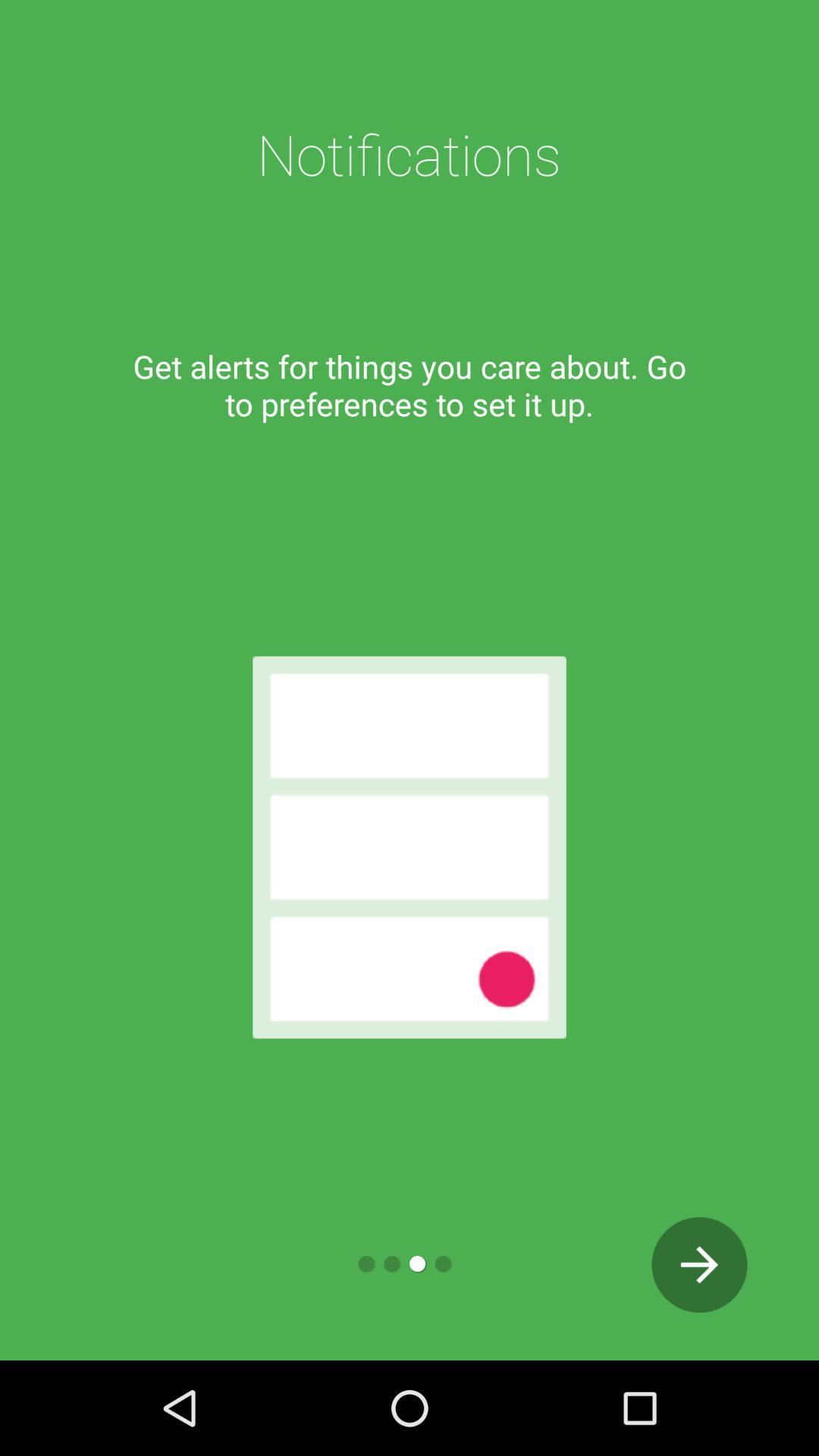  Describe the element at coordinates (699, 1264) in the screenshot. I see `the arrow_forward icon` at that location.